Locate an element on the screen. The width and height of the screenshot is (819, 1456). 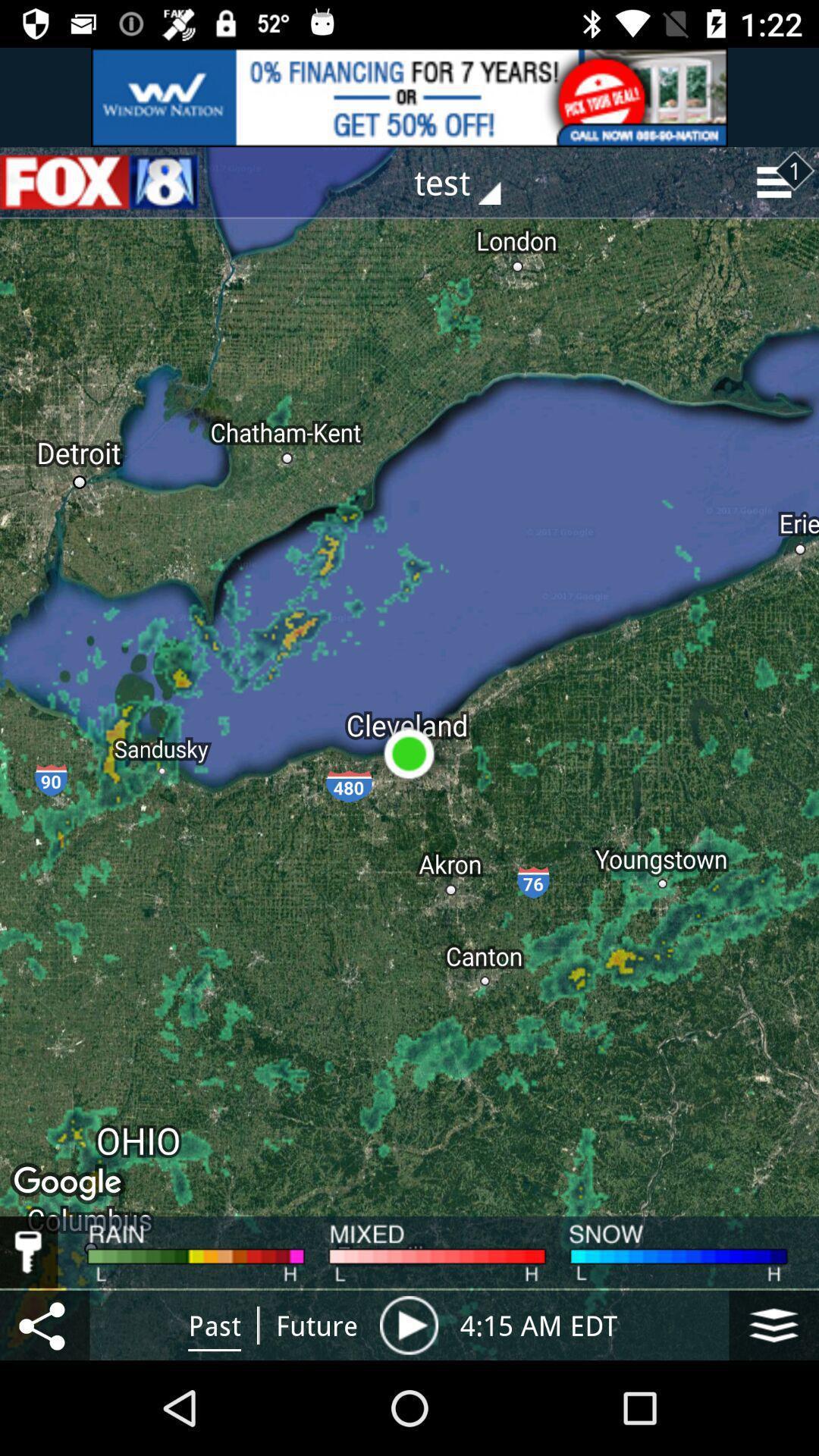
the icon at right side of 415 am edt is located at coordinates (774, 1324).